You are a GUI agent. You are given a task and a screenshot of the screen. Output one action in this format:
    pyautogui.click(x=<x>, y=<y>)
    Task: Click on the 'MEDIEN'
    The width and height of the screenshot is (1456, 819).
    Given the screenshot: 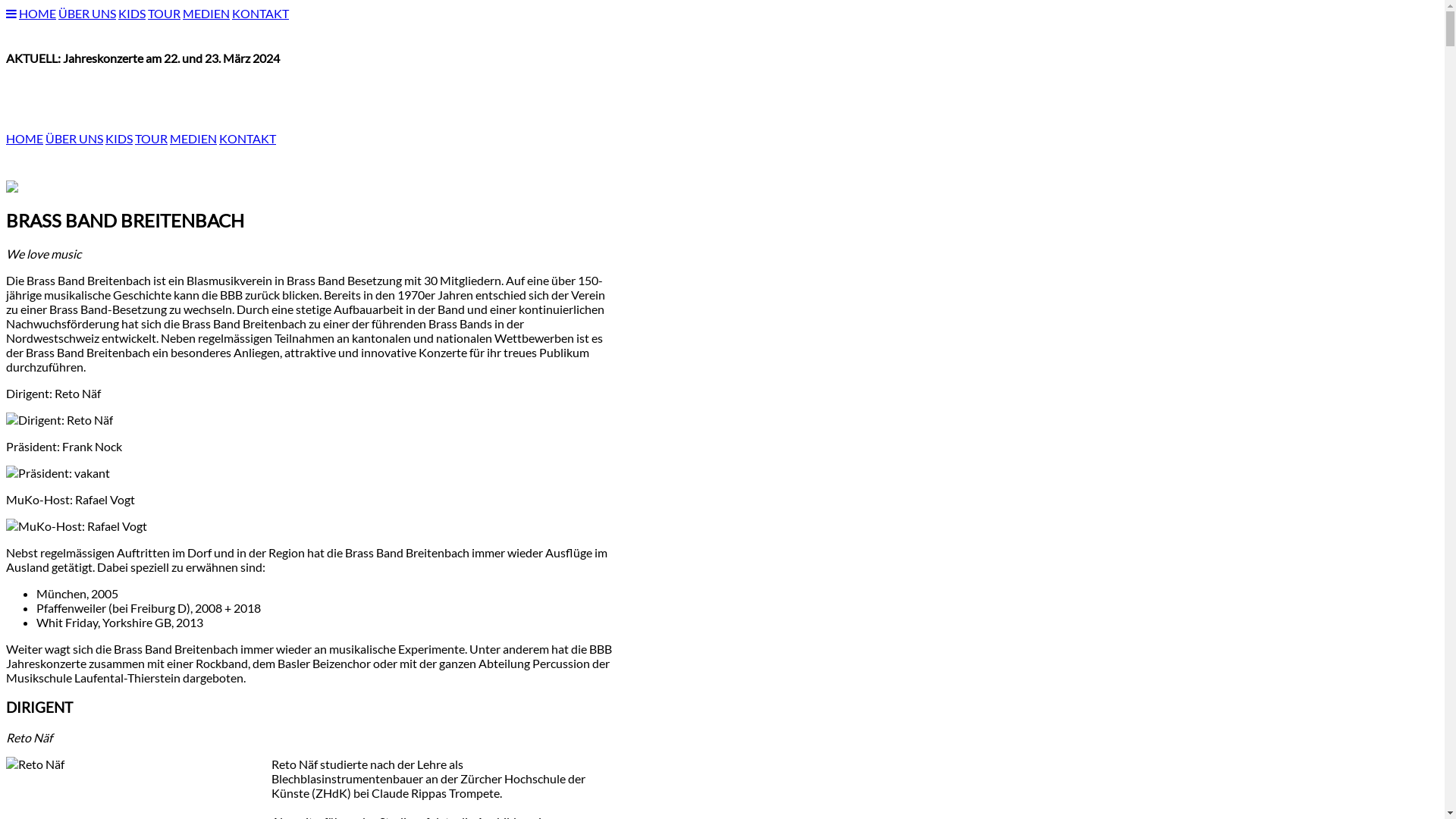 What is the action you would take?
    pyautogui.click(x=170, y=138)
    